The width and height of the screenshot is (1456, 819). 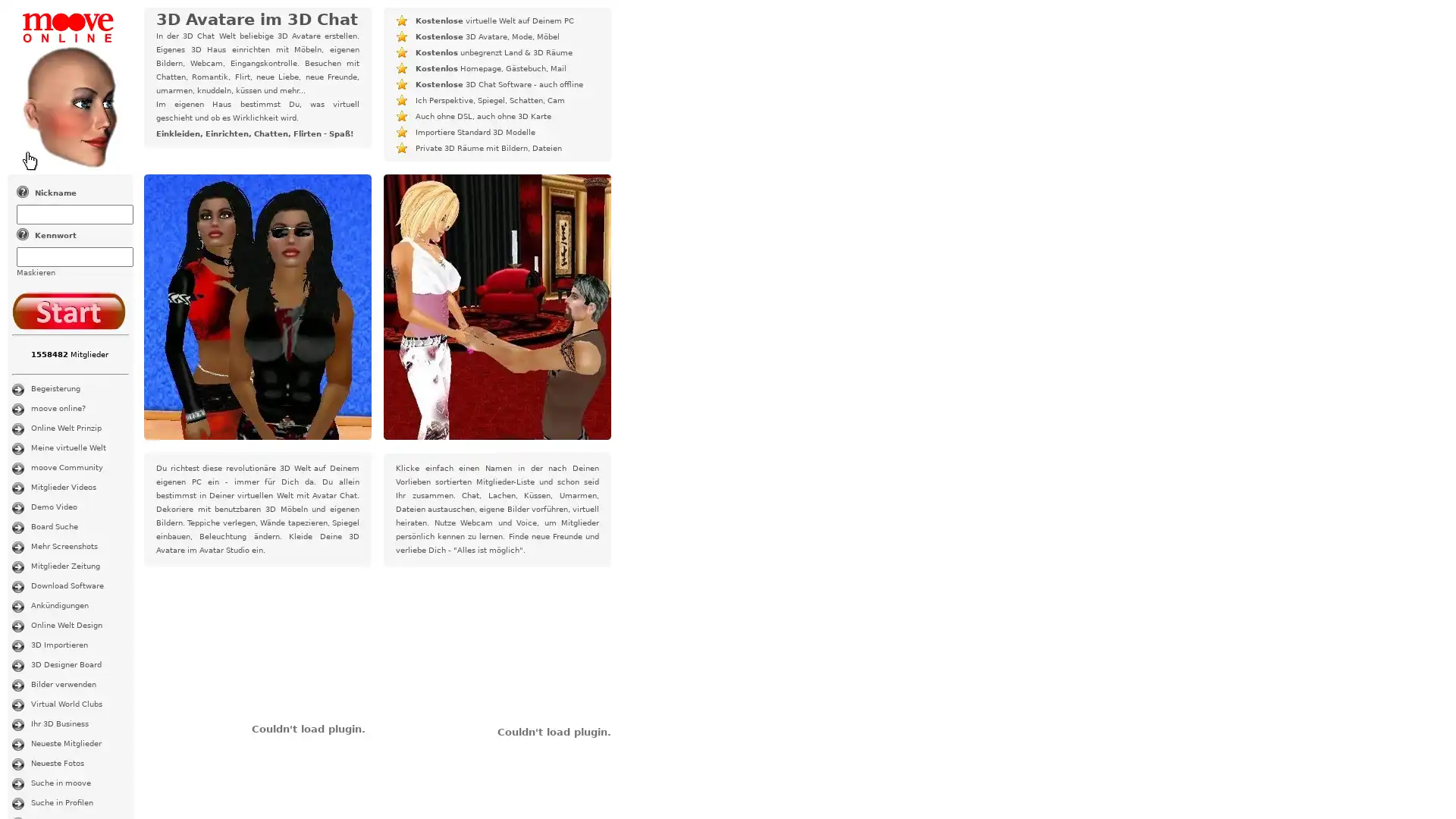 What do you see at coordinates (68, 309) in the screenshot?
I see `Gratis anmelden` at bounding box center [68, 309].